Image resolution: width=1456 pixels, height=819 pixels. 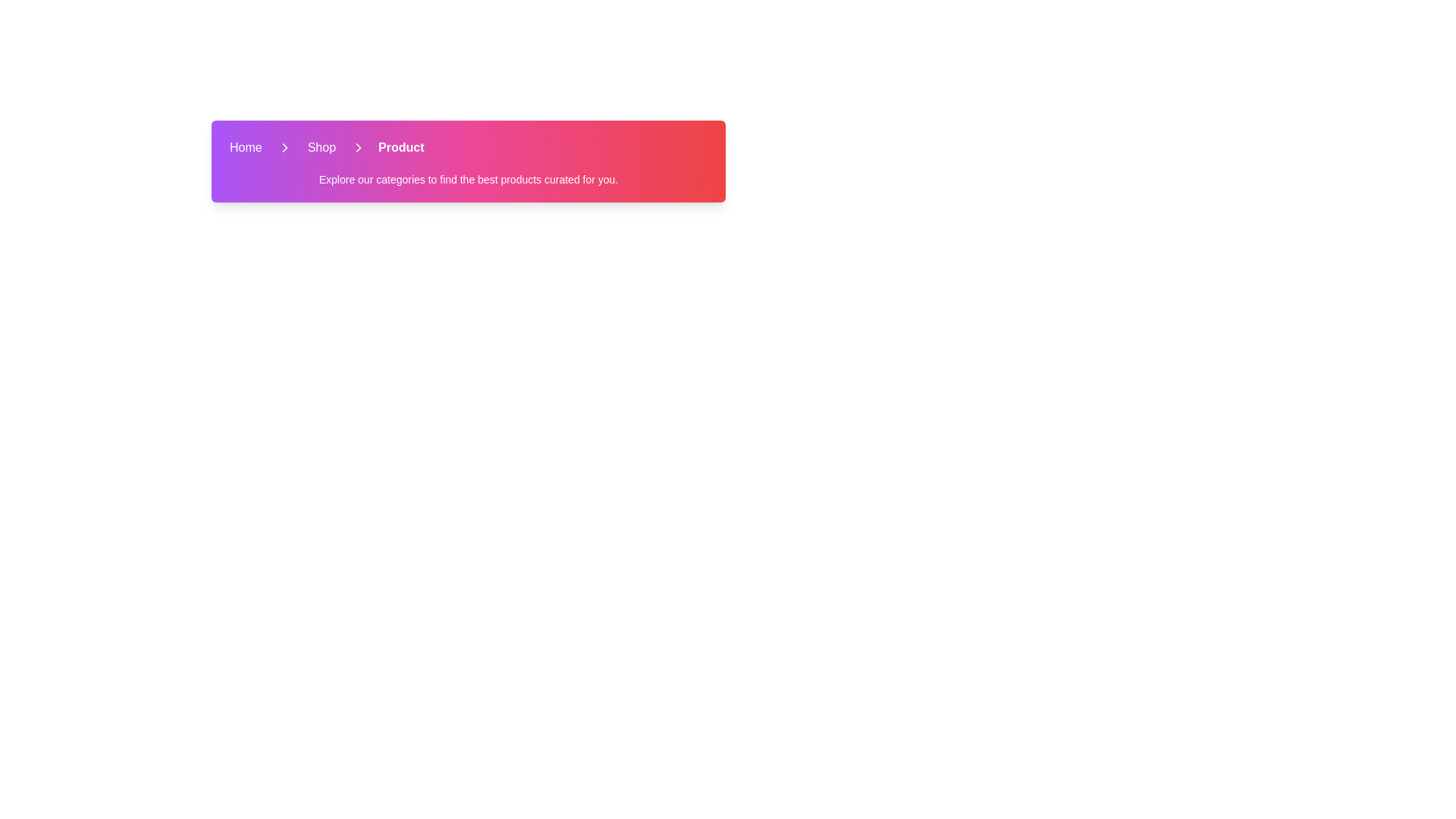 What do you see at coordinates (321, 148) in the screenshot?
I see `the 'Shop' hyperlink in the breadcrumb navigation bar` at bounding box center [321, 148].